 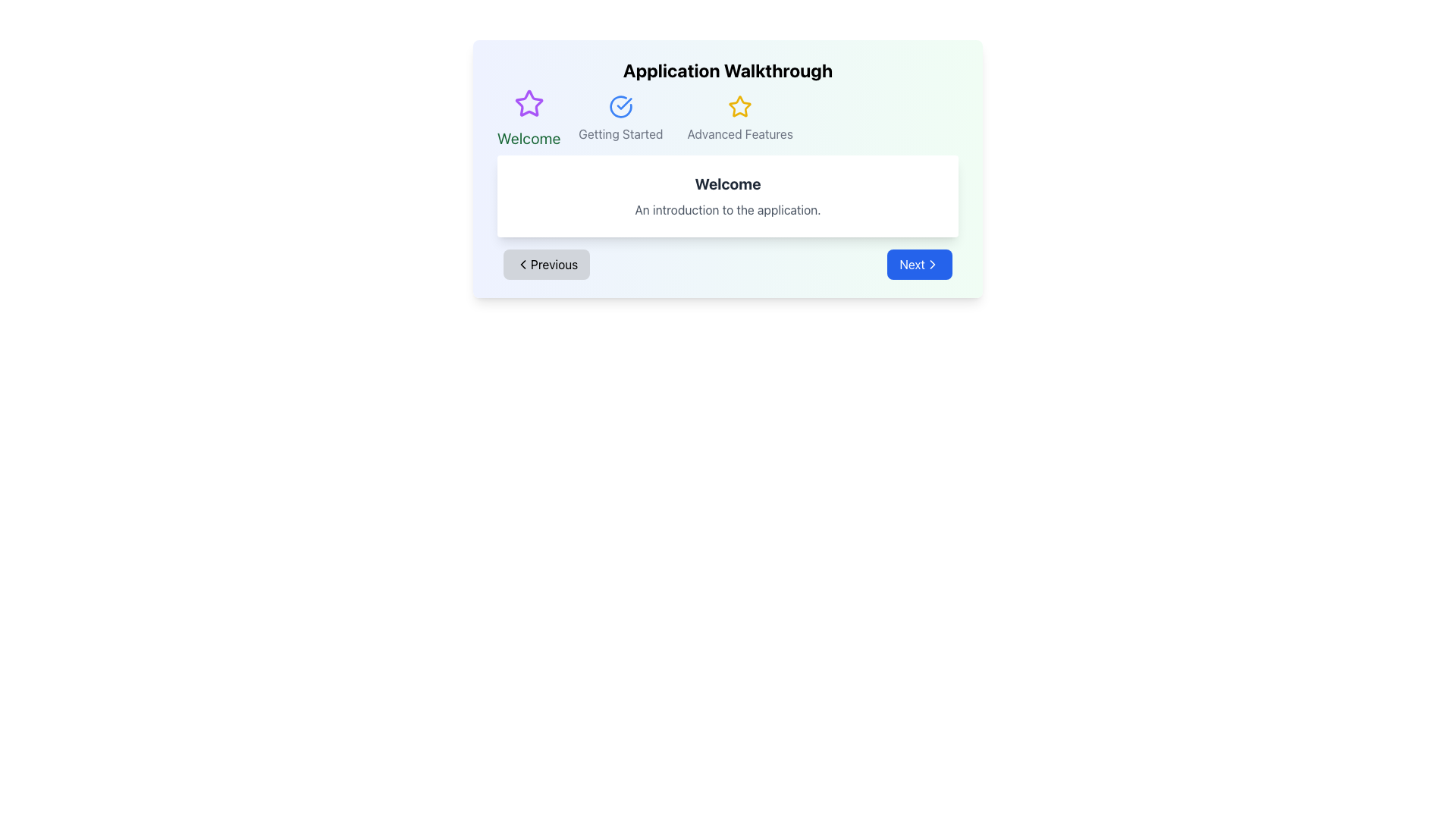 What do you see at coordinates (728, 184) in the screenshot?
I see `title text that welcomes the user, located within a rounded card-like section, positioned above the introductory text` at bounding box center [728, 184].